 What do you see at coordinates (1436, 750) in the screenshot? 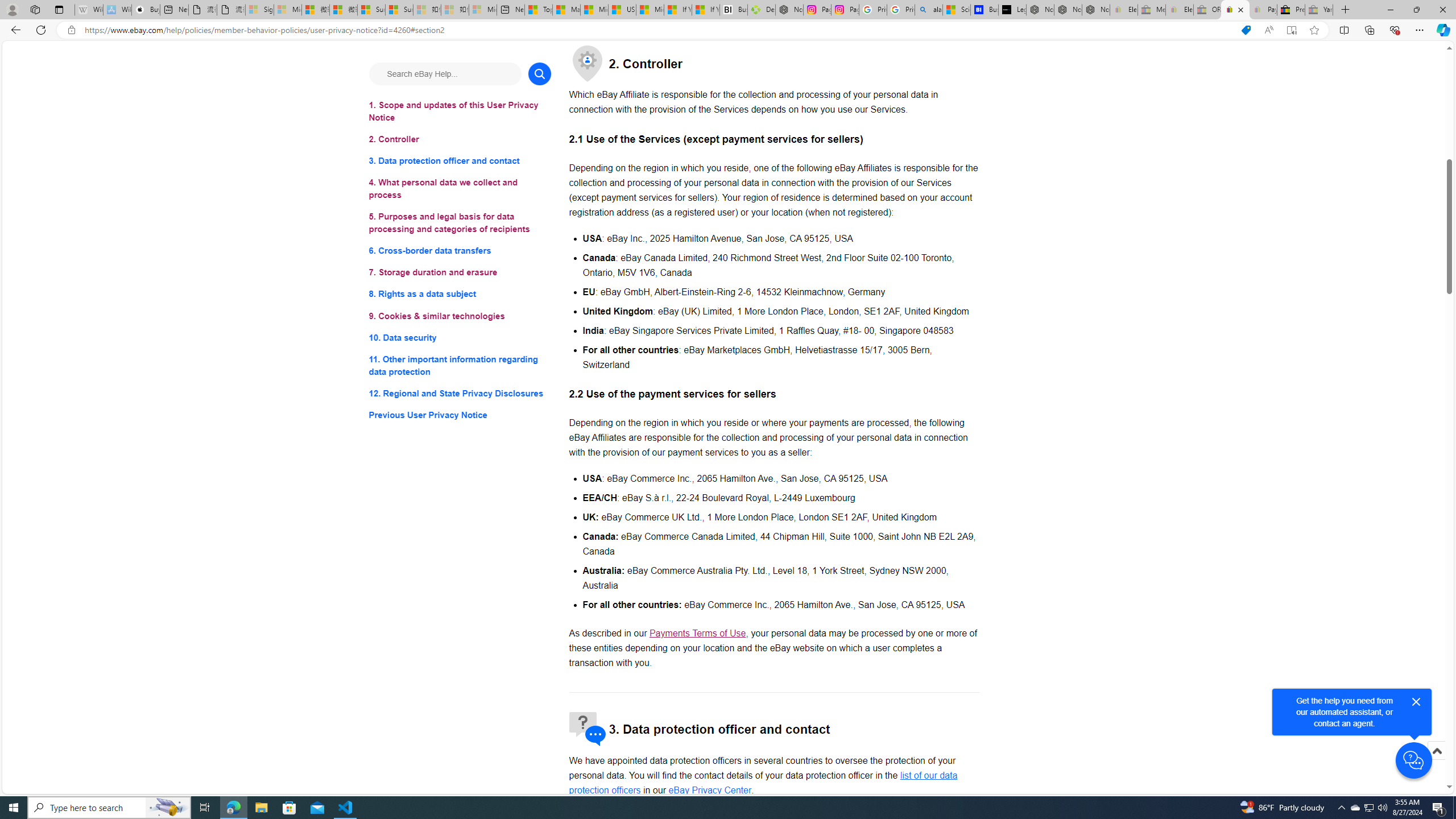
I see `'Scroll to top'` at bounding box center [1436, 750].